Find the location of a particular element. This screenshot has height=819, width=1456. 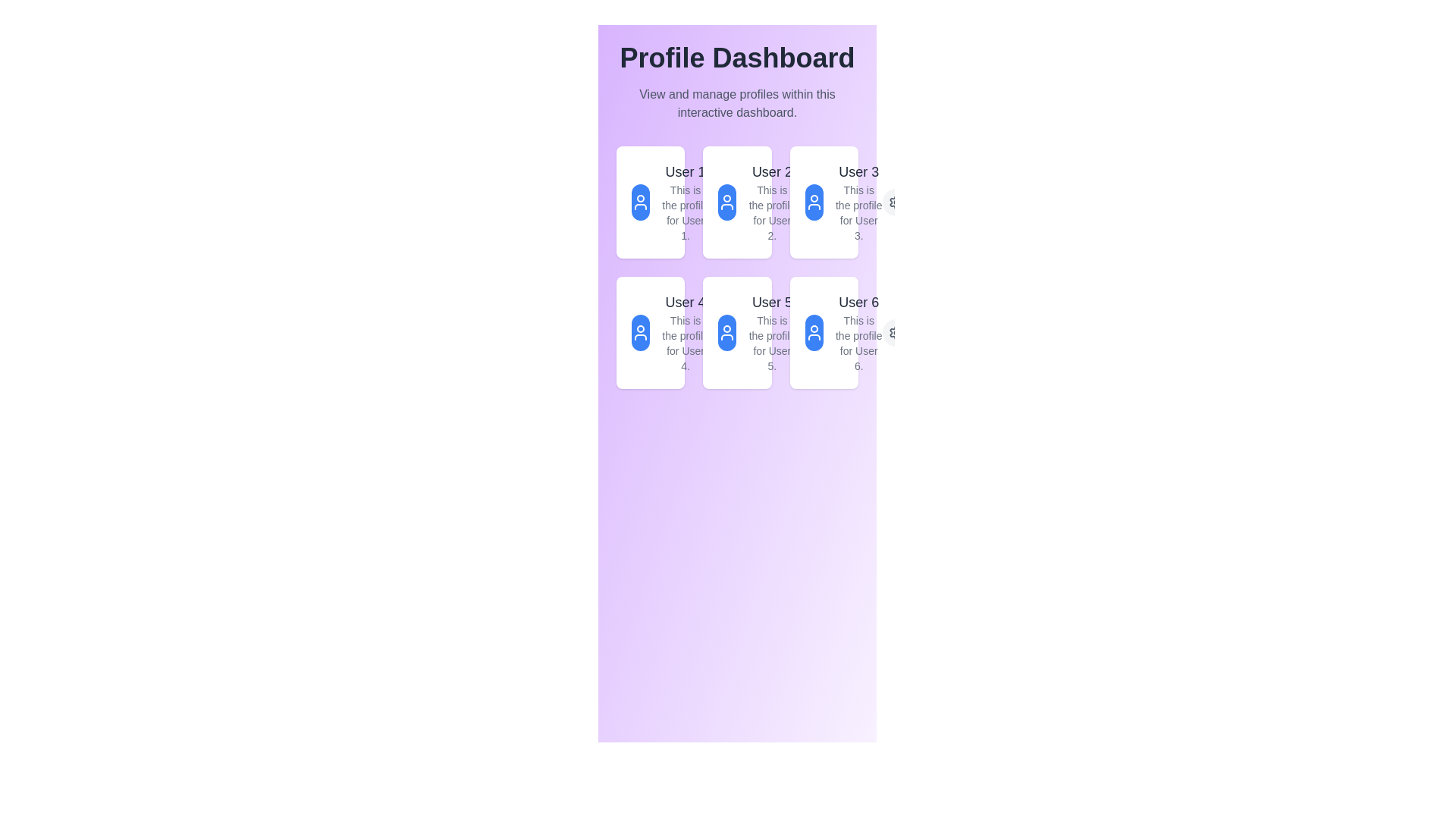

the user icon, which is a circular head representation styled as an SVG graphic with a white outline against a blue background, located in the top-left corner of the card for User 5 in the second row and second column of the grid layout is located at coordinates (813, 332).